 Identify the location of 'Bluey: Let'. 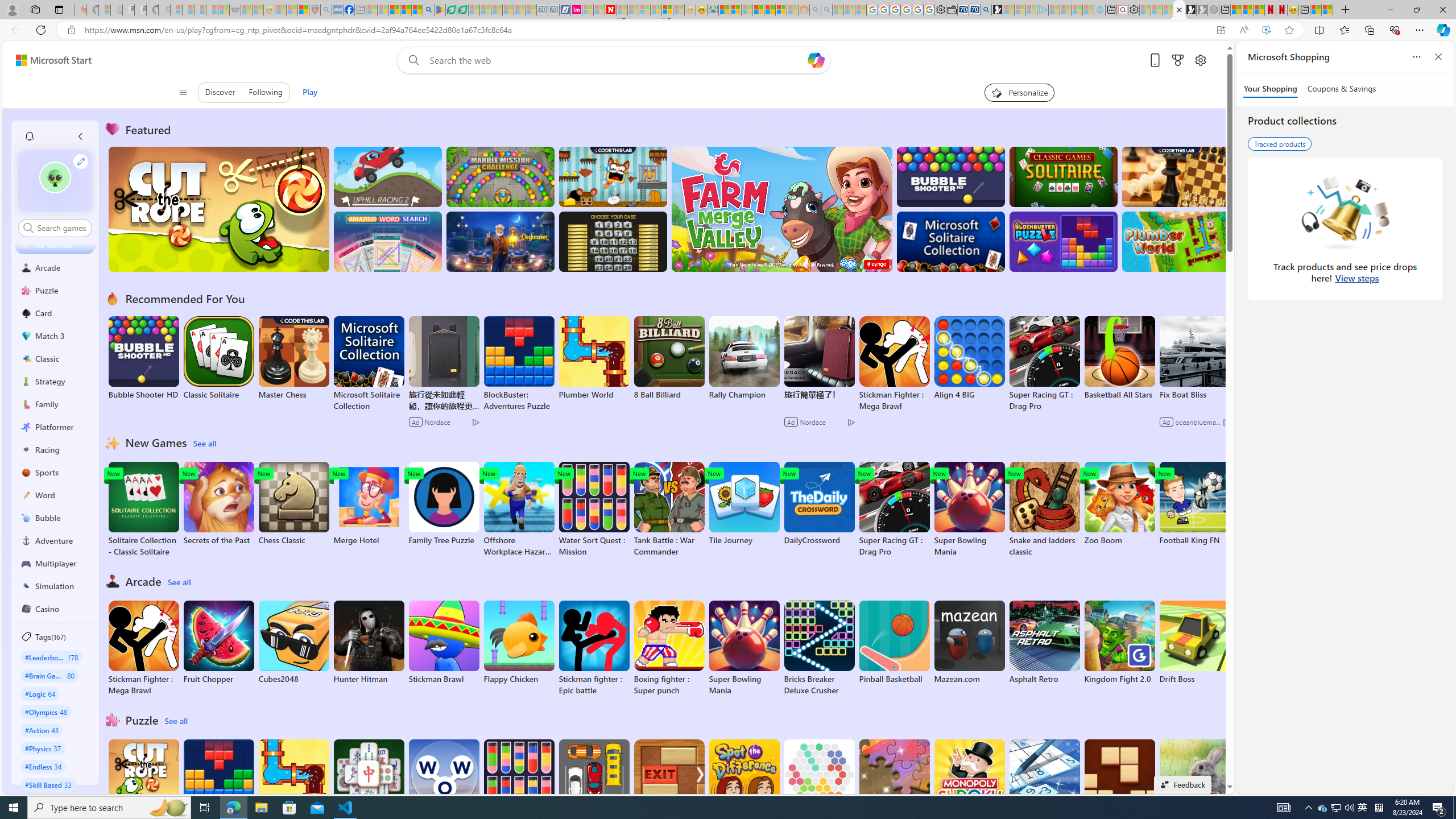
(440, 9).